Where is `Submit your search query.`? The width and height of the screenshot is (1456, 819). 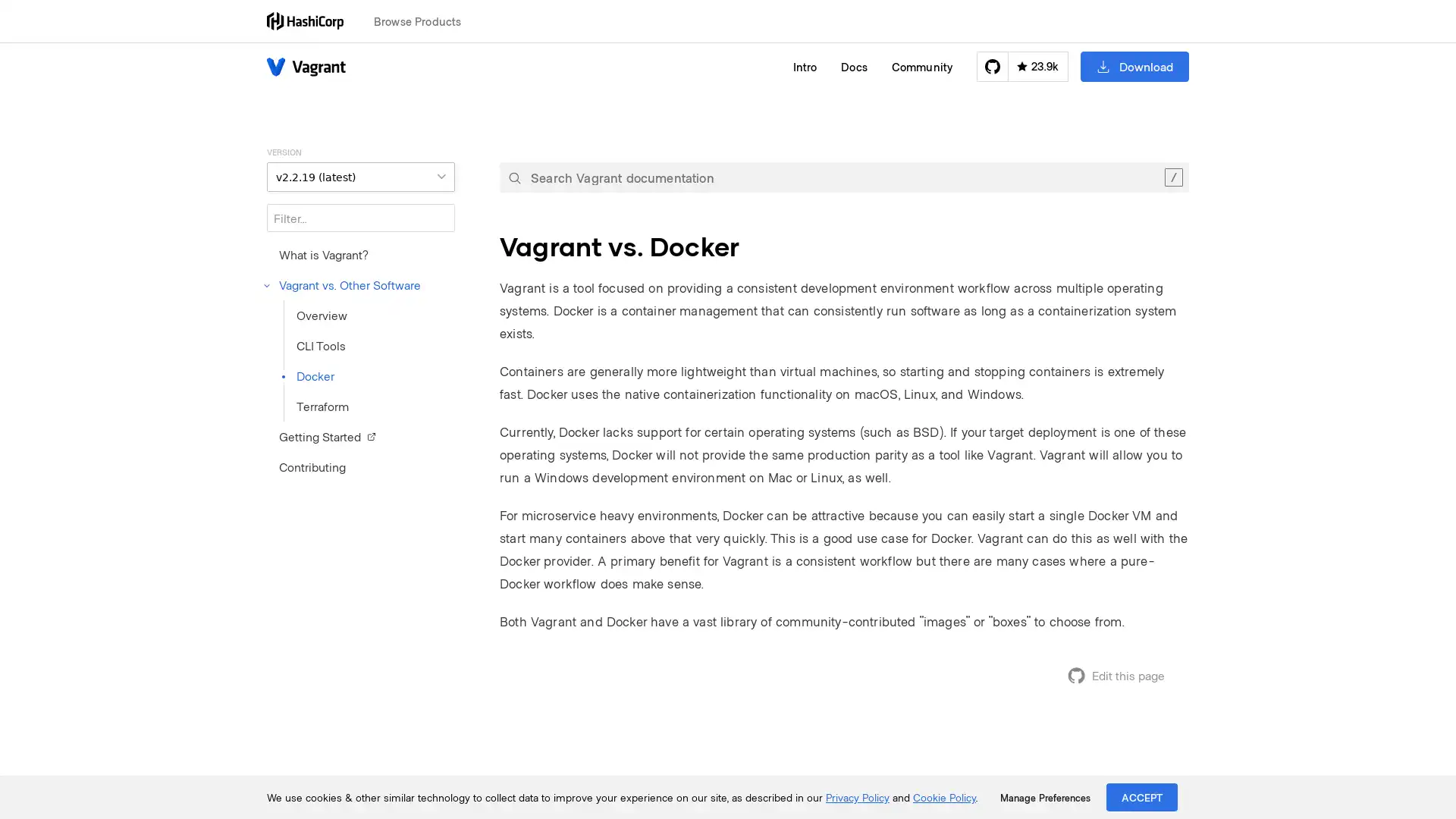 Submit your search query. is located at coordinates (514, 177).